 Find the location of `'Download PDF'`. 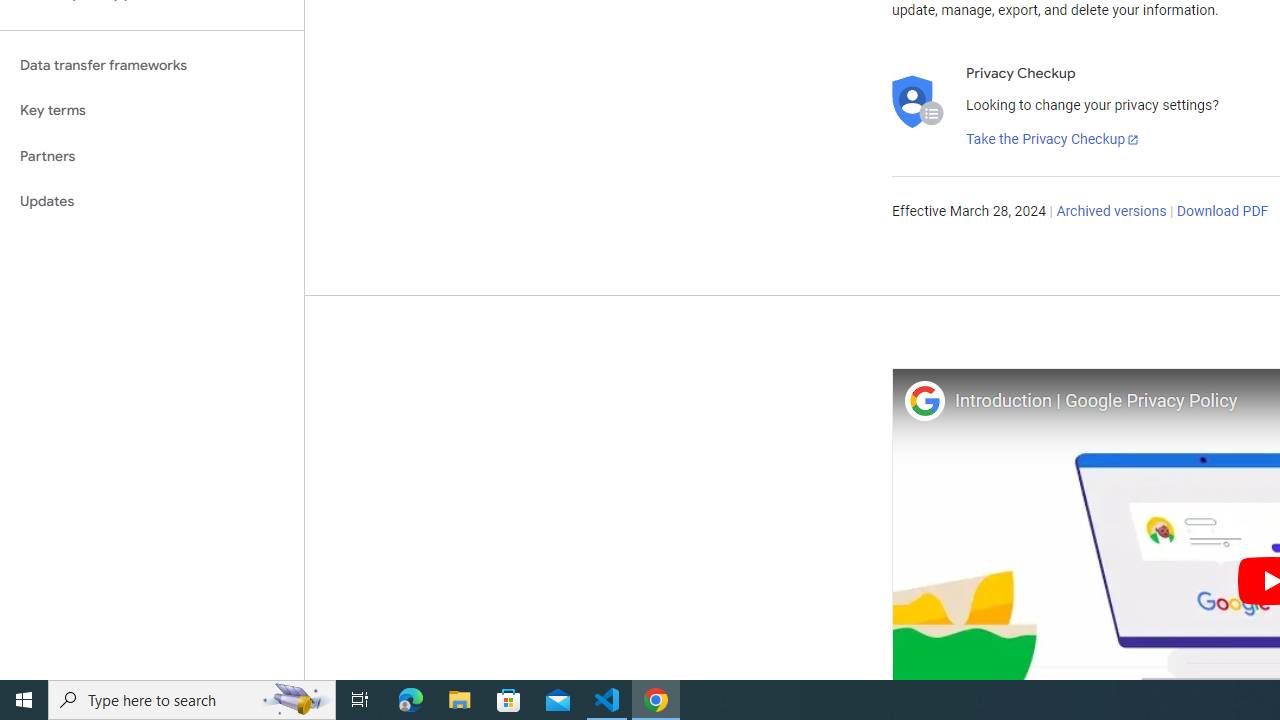

'Download PDF' is located at coordinates (1221, 212).